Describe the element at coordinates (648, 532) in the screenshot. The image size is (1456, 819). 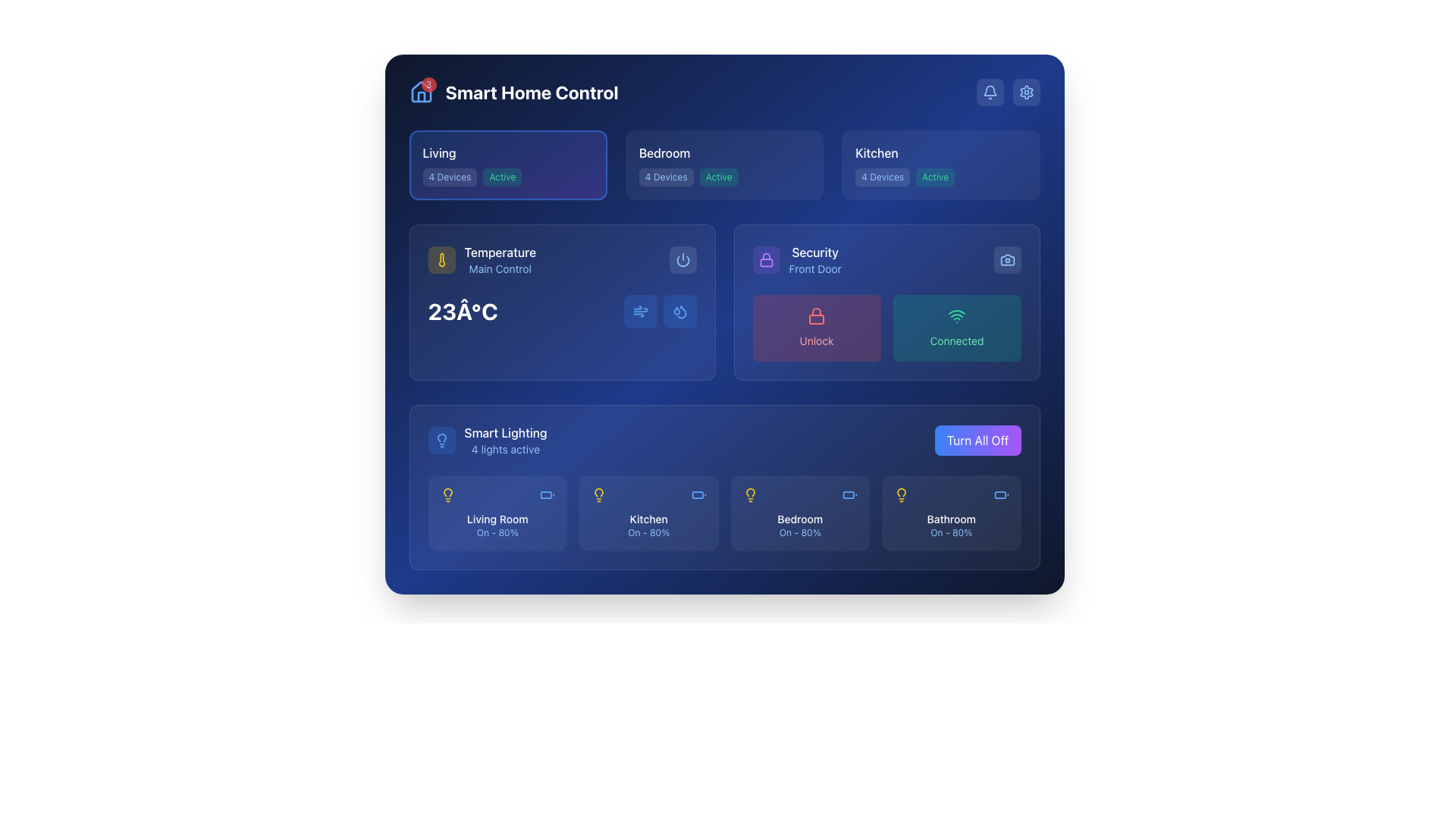
I see `the status and intensity text label indicating 'On' and '80%' for the 'Kitchen' lighting, located at the bottom of the 'Kitchen' card in the 'Smart Lighting' section` at that location.